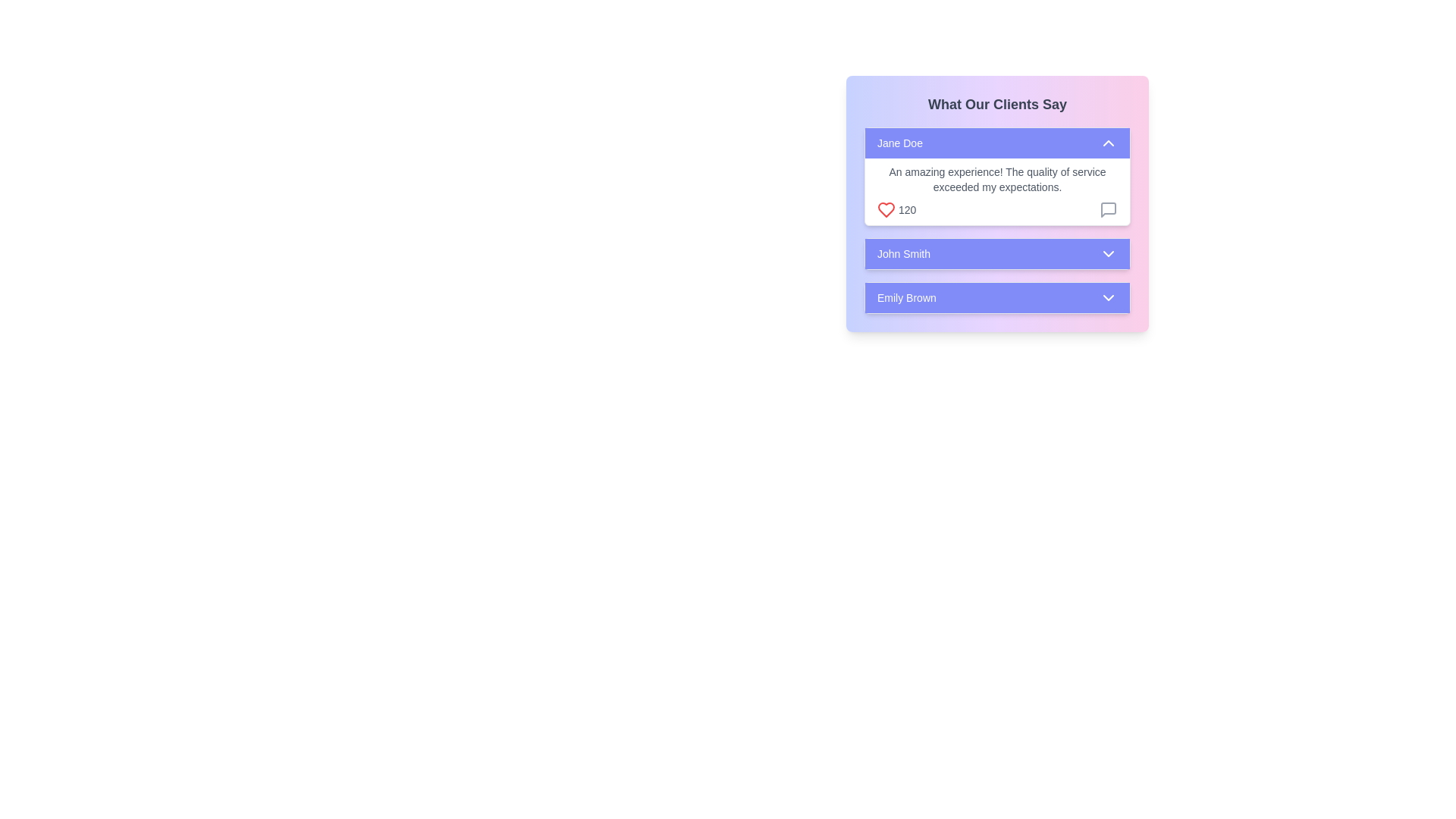  I want to click on the 'like' or 'favorite' icon located within the testimonial card for 'Jane Doe' to note its significance in the interface, so click(886, 210).